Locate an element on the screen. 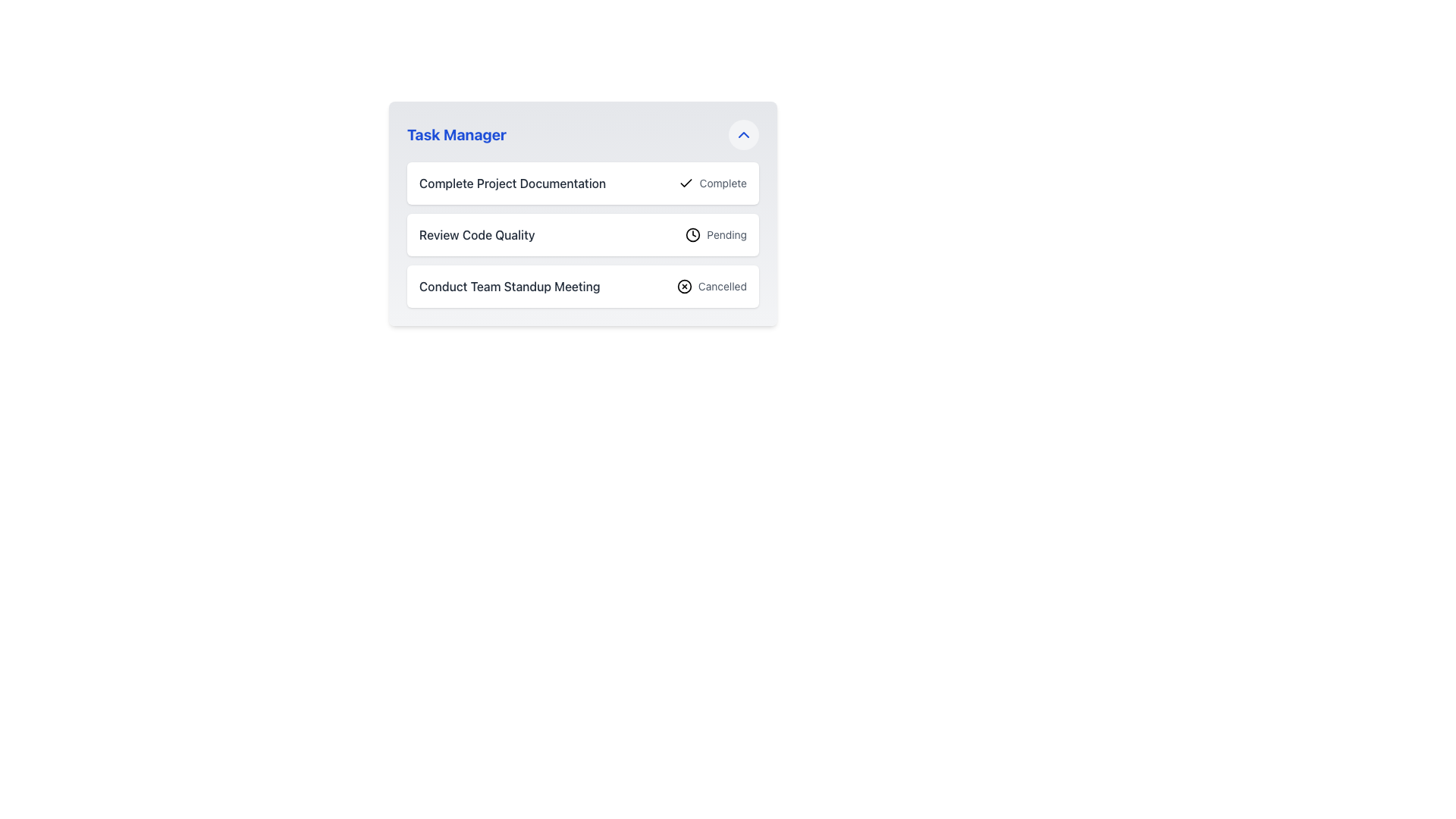 The height and width of the screenshot is (819, 1456). the task list item titled 'Review Code Quality' is located at coordinates (582, 234).